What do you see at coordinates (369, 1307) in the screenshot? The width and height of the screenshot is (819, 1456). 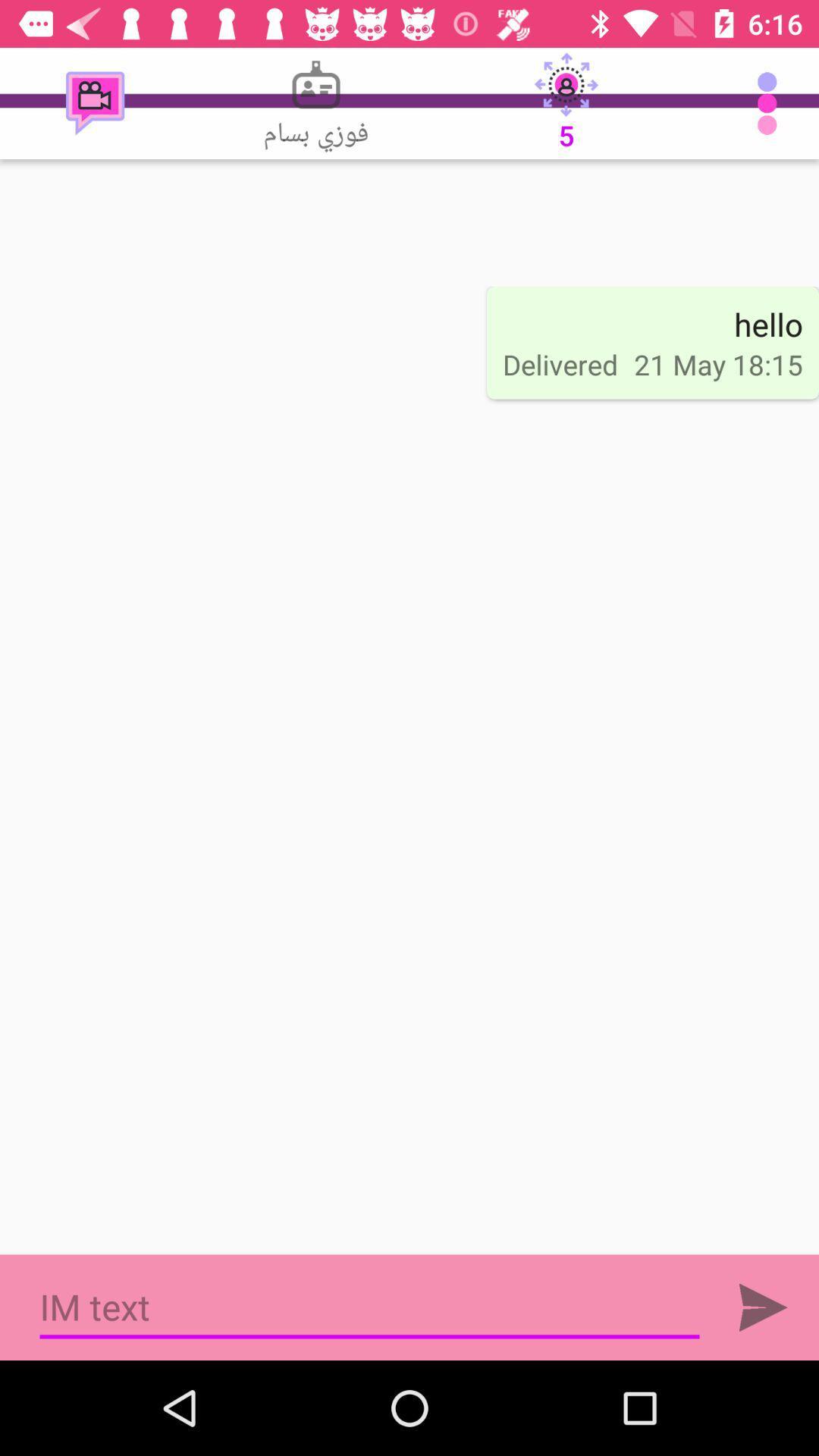 I see `text here` at bounding box center [369, 1307].